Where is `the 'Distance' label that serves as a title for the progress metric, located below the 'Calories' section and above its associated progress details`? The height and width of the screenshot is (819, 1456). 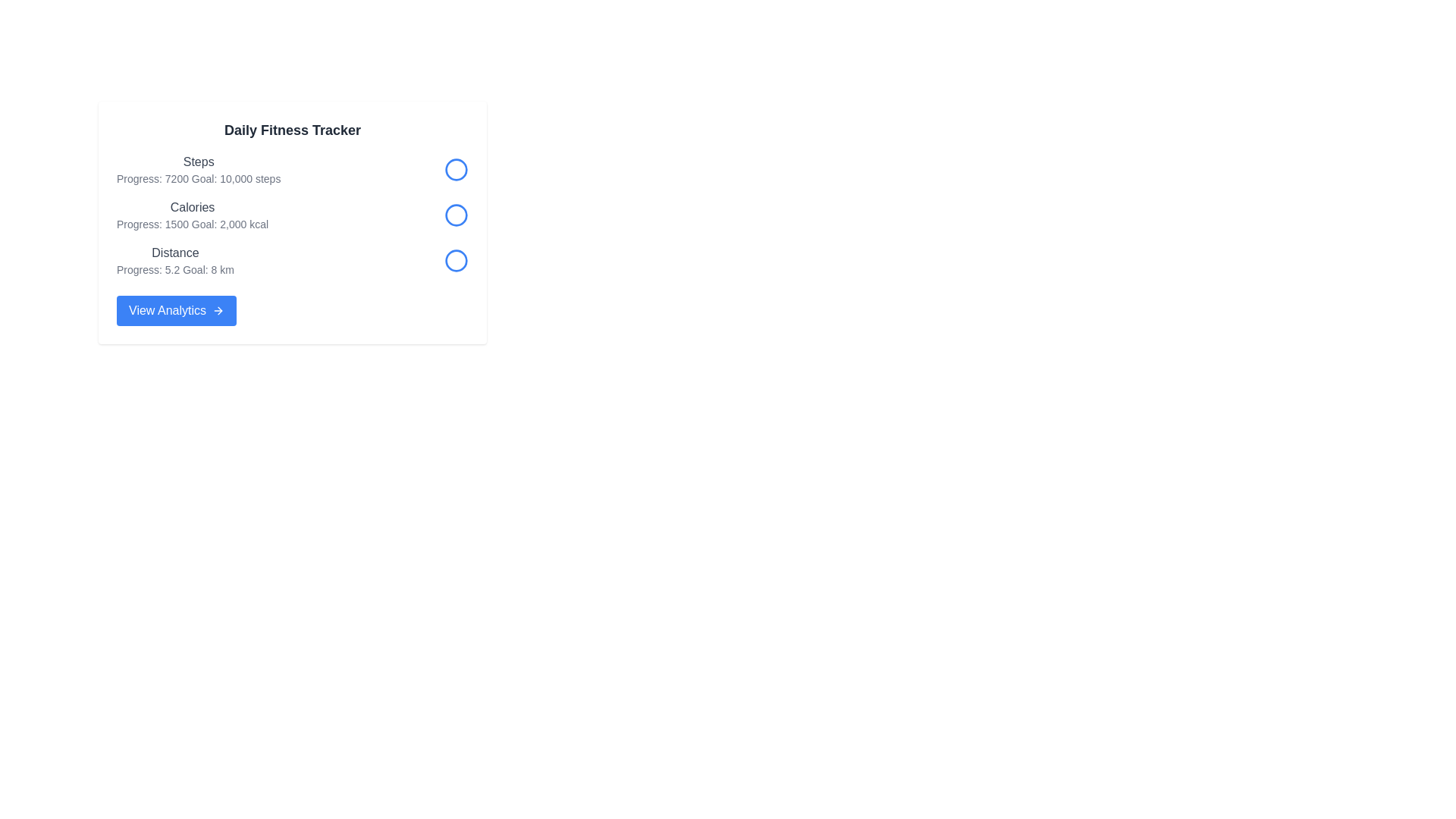
the 'Distance' label that serves as a title for the progress metric, located below the 'Calories' section and above its associated progress details is located at coordinates (175, 253).